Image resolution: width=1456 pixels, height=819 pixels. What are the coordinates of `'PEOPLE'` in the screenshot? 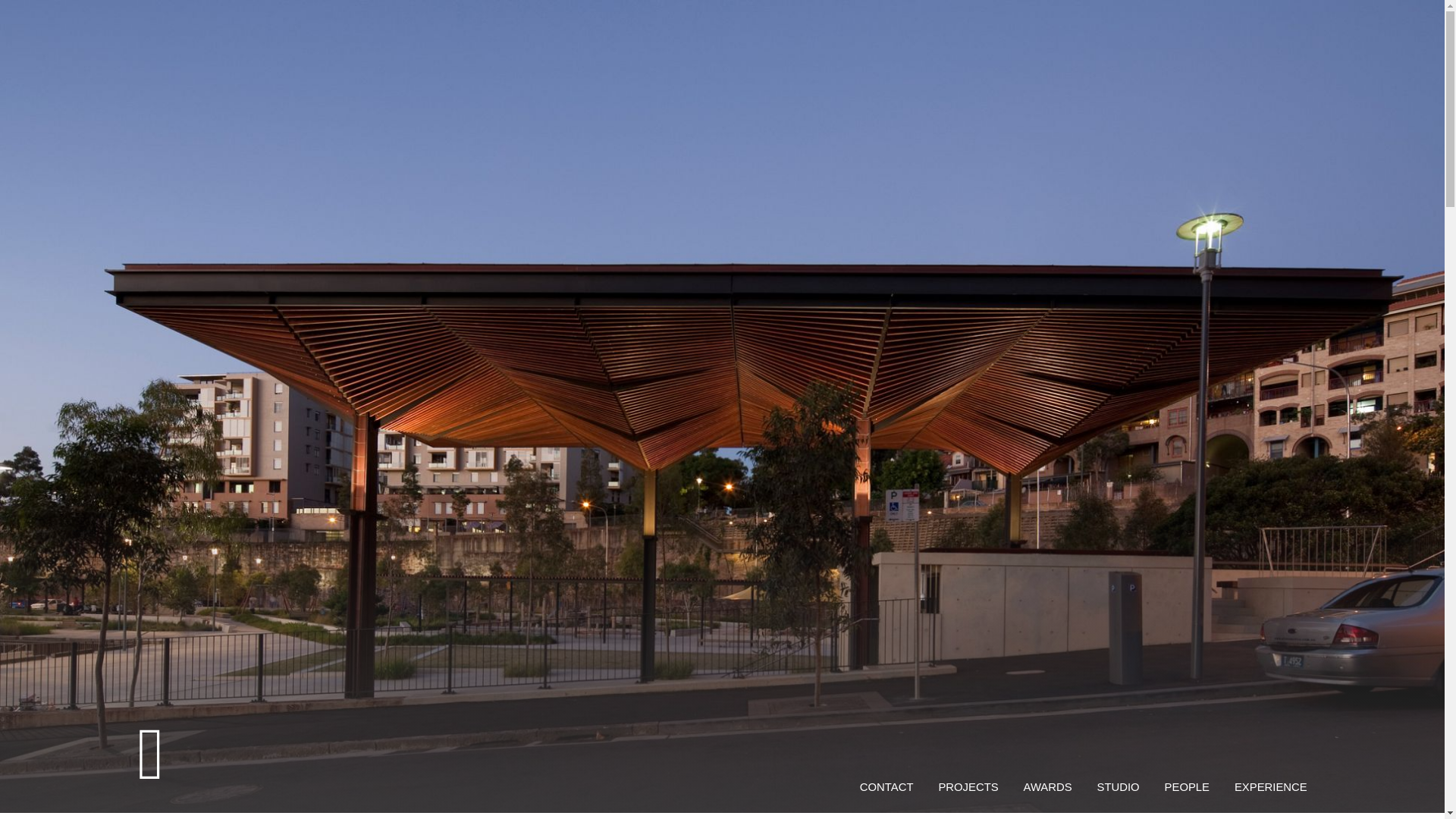 It's located at (1164, 786).